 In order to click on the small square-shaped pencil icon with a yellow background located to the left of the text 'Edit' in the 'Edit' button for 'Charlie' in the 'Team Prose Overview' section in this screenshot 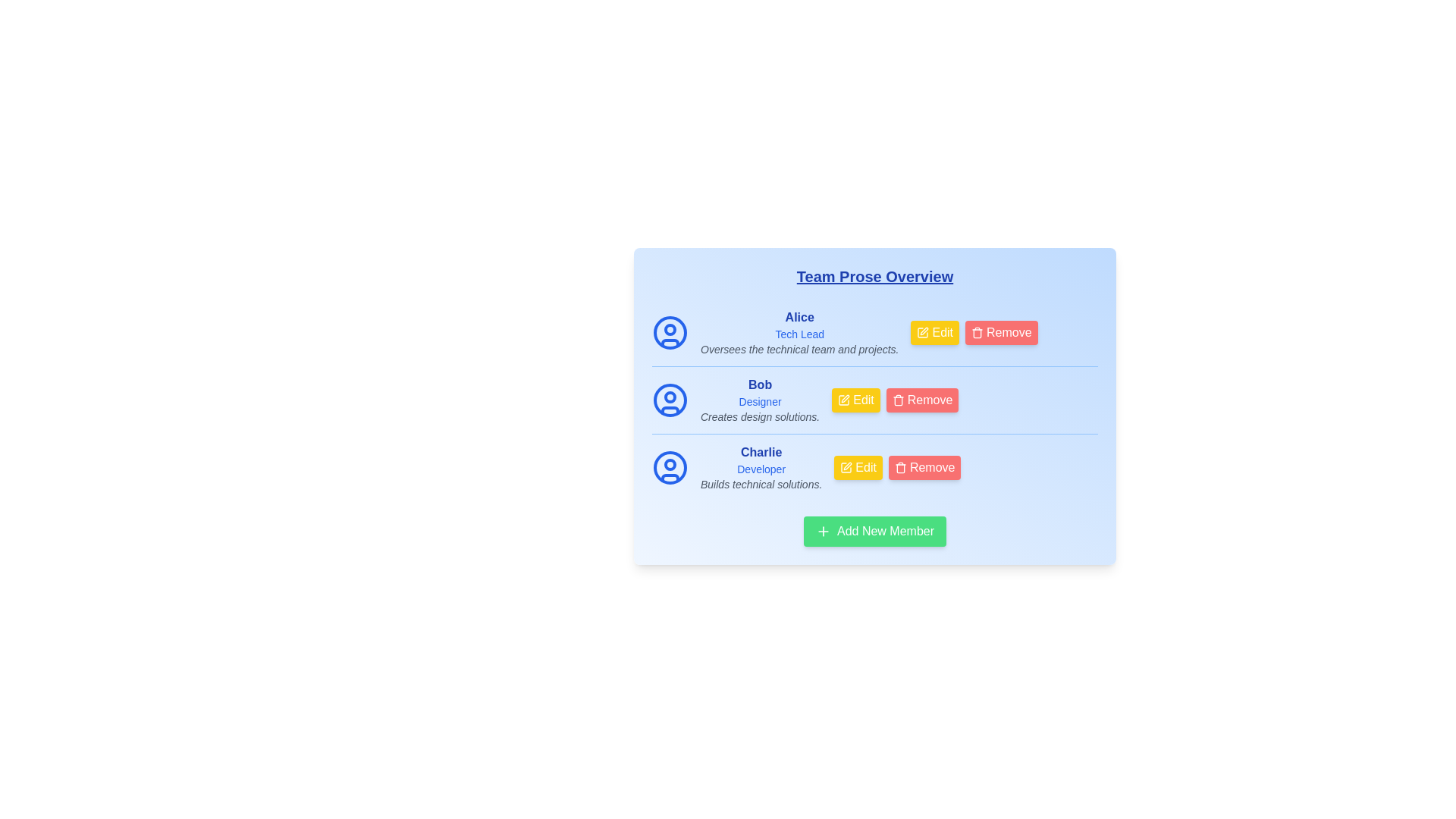, I will do `click(846, 467)`.